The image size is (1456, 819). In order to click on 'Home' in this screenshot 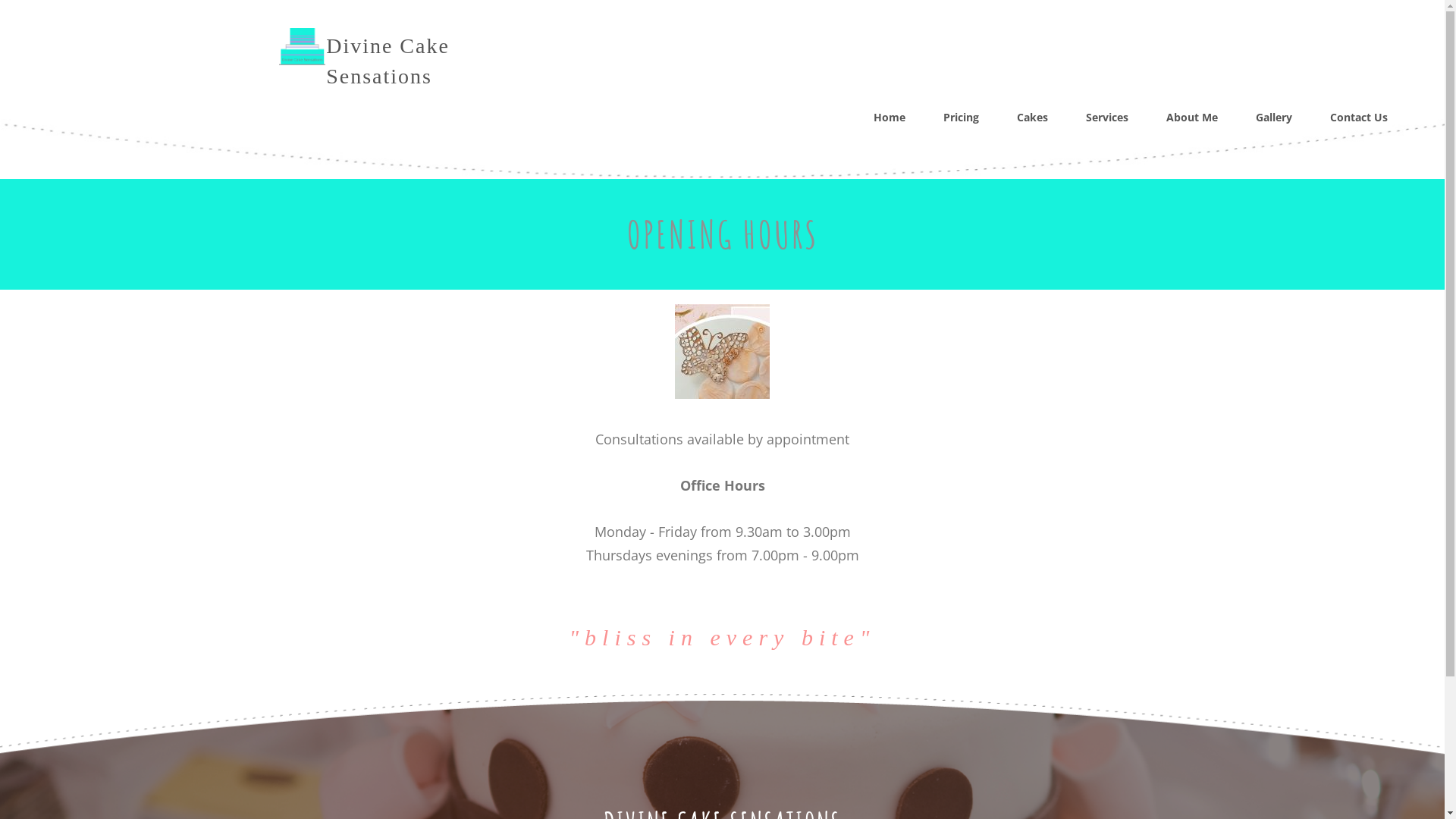, I will do `click(889, 116)`.